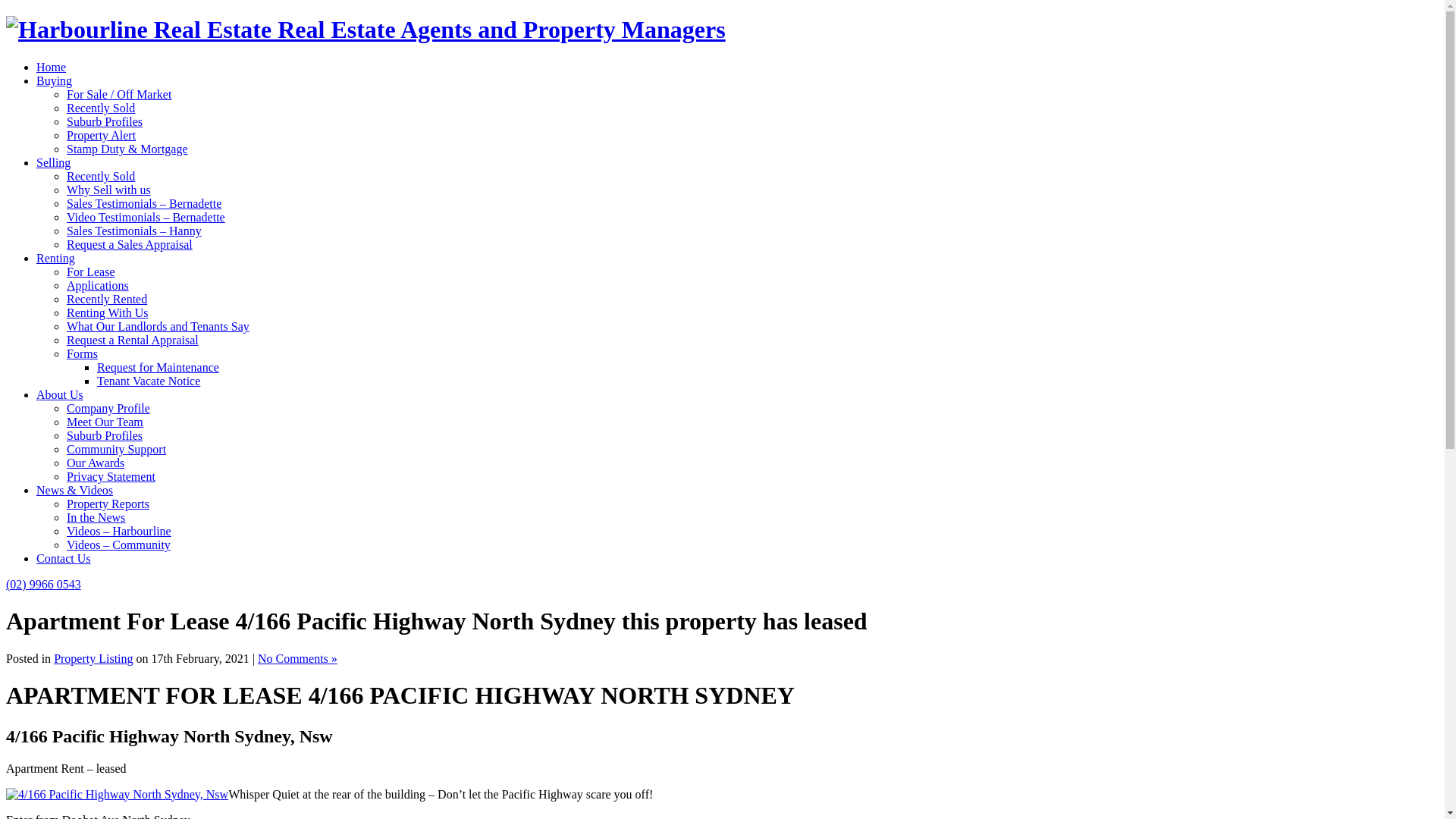 This screenshot has width=1456, height=819. I want to click on 'Applications', so click(97, 285).